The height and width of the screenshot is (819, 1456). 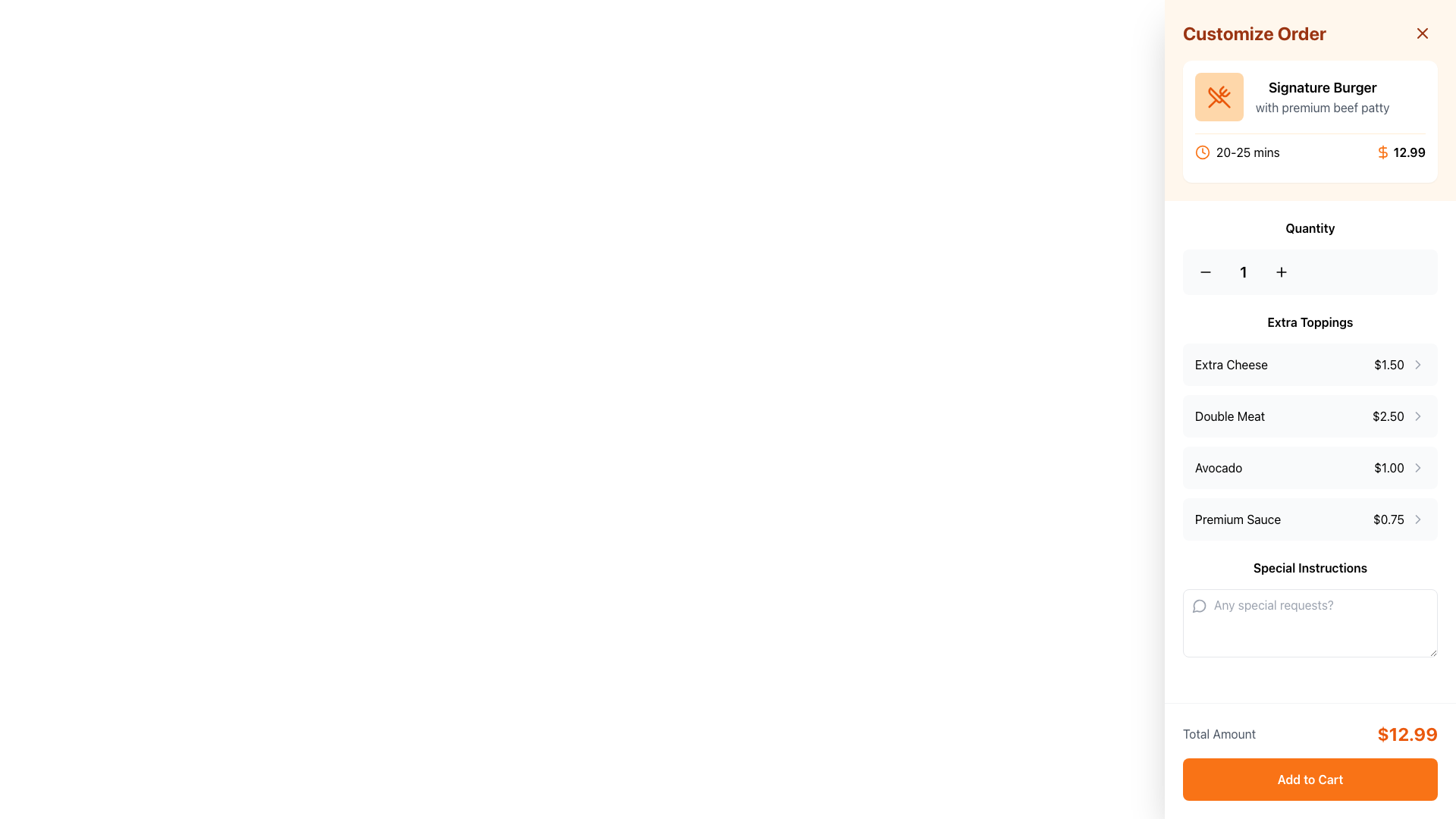 What do you see at coordinates (1244, 271) in the screenshot?
I see `the text display that indicates the current quantity of the selected item in the order customization interface, located centrally within the quantity selector` at bounding box center [1244, 271].